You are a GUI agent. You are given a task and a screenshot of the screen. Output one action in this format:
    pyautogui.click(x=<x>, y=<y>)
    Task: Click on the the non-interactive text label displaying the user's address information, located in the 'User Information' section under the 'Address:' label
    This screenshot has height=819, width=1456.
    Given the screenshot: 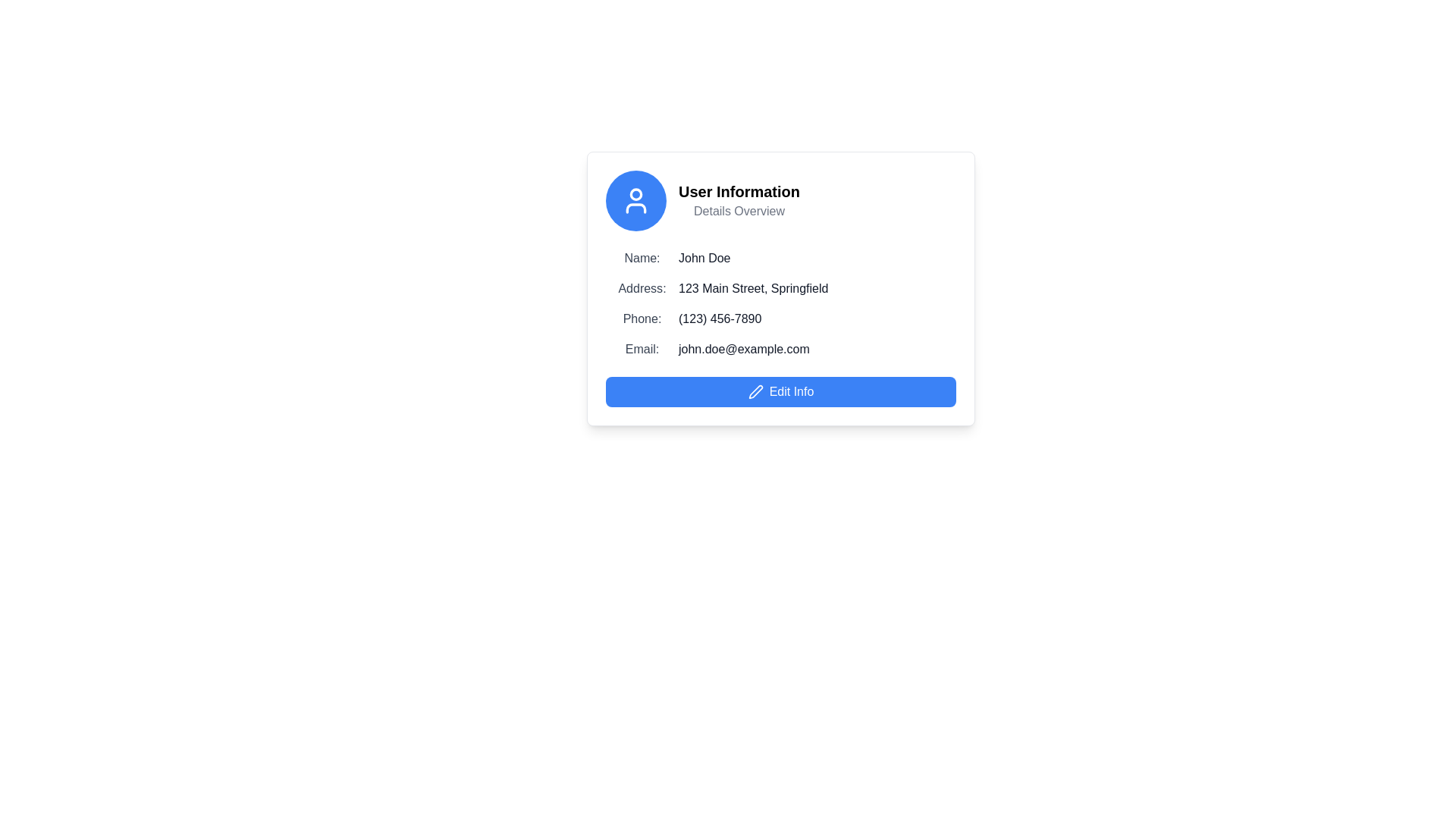 What is the action you would take?
    pyautogui.click(x=753, y=289)
    